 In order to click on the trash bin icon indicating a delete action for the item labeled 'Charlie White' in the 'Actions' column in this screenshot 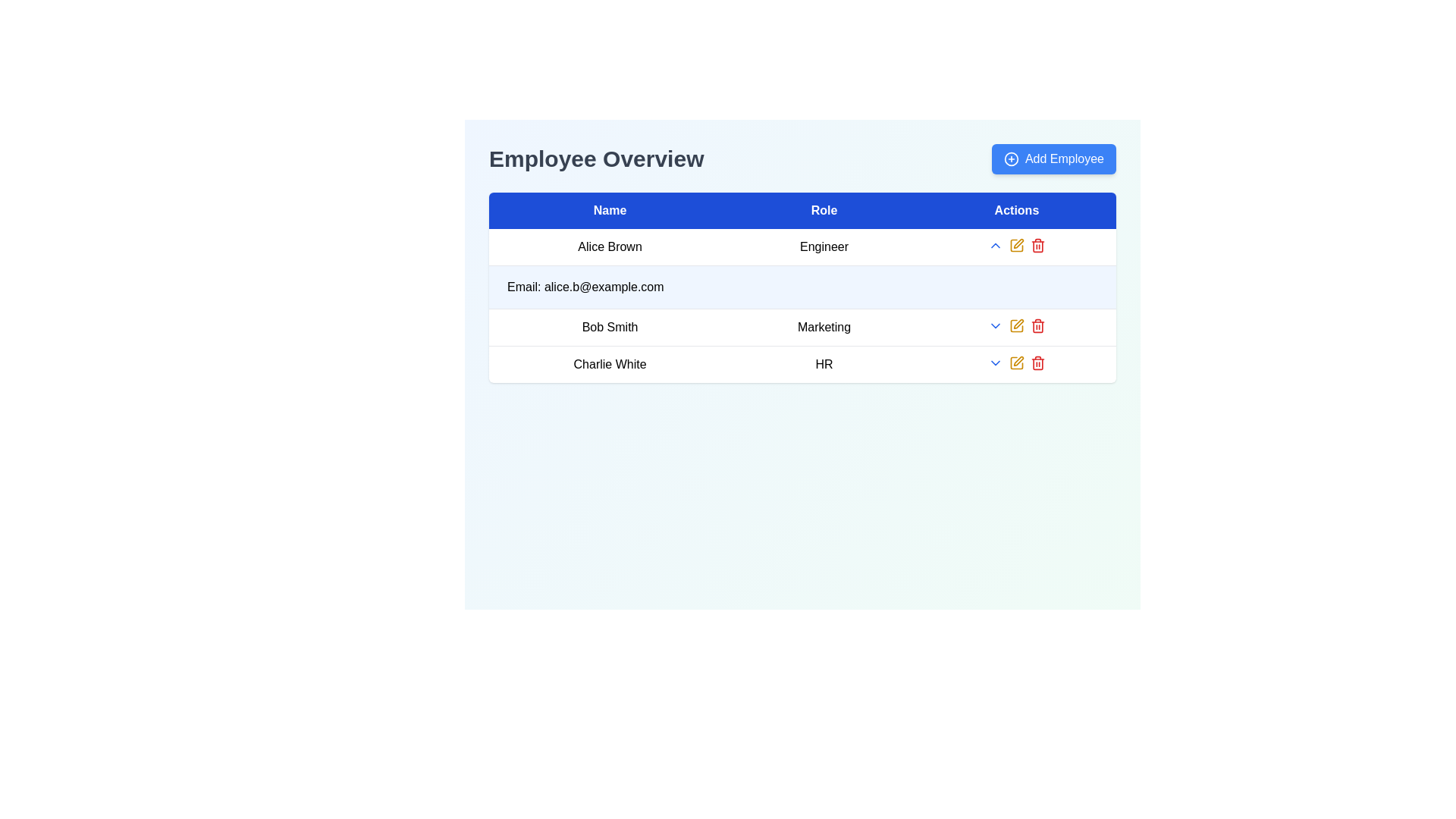, I will do `click(1037, 326)`.